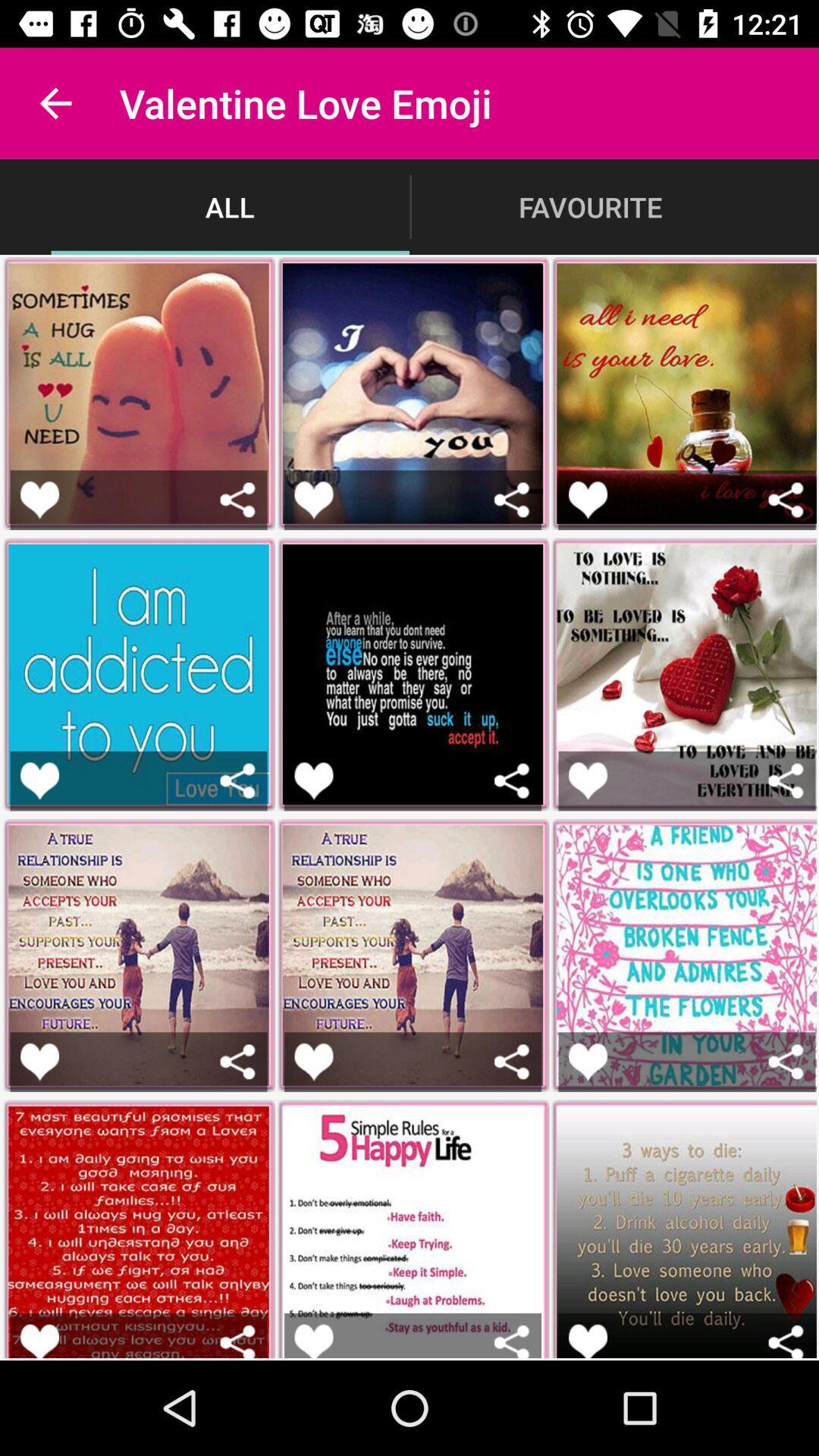  I want to click on share the article, so click(785, 1341).